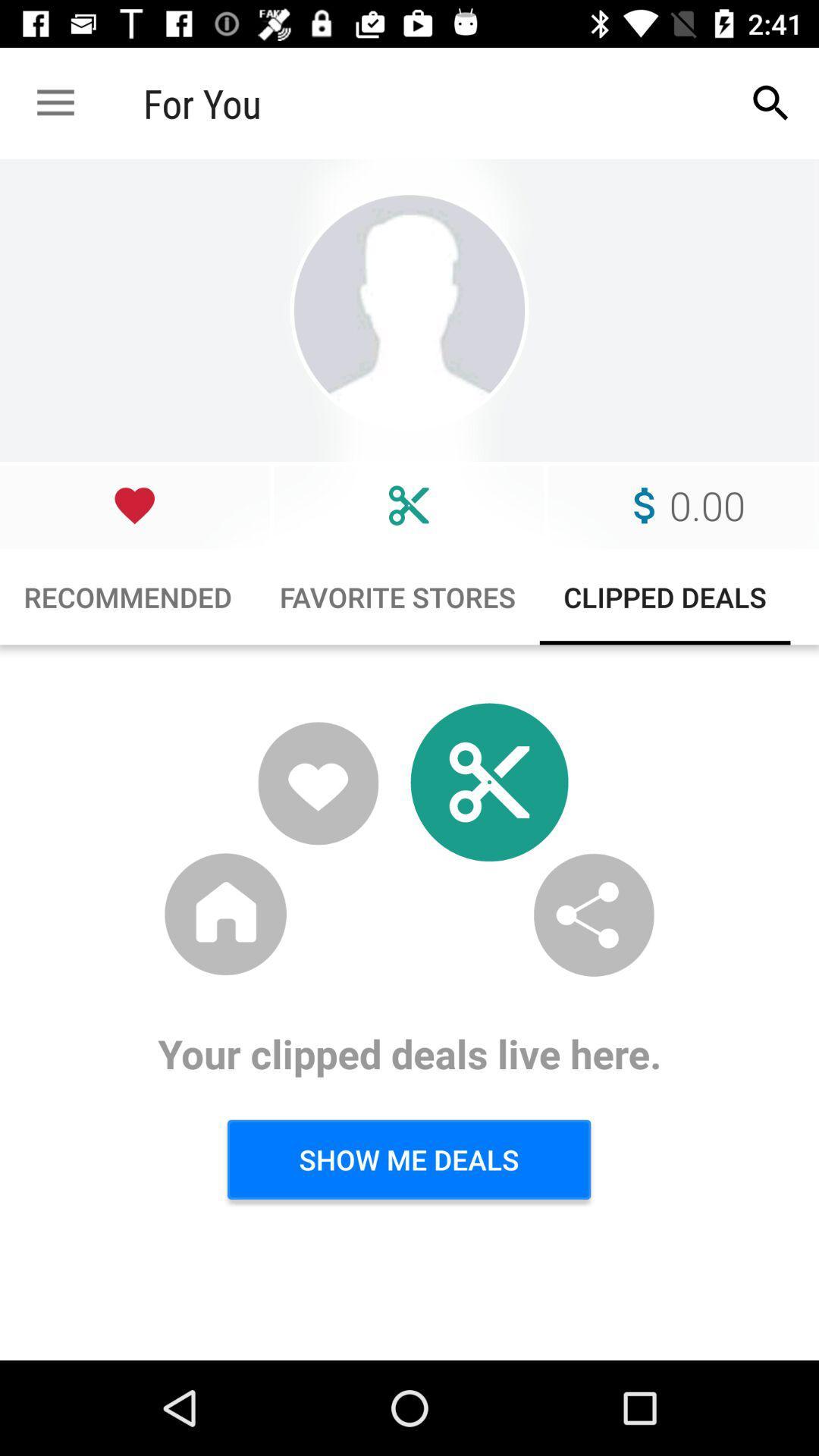 This screenshot has height=1456, width=819. What do you see at coordinates (409, 309) in the screenshot?
I see `choose profile picture` at bounding box center [409, 309].